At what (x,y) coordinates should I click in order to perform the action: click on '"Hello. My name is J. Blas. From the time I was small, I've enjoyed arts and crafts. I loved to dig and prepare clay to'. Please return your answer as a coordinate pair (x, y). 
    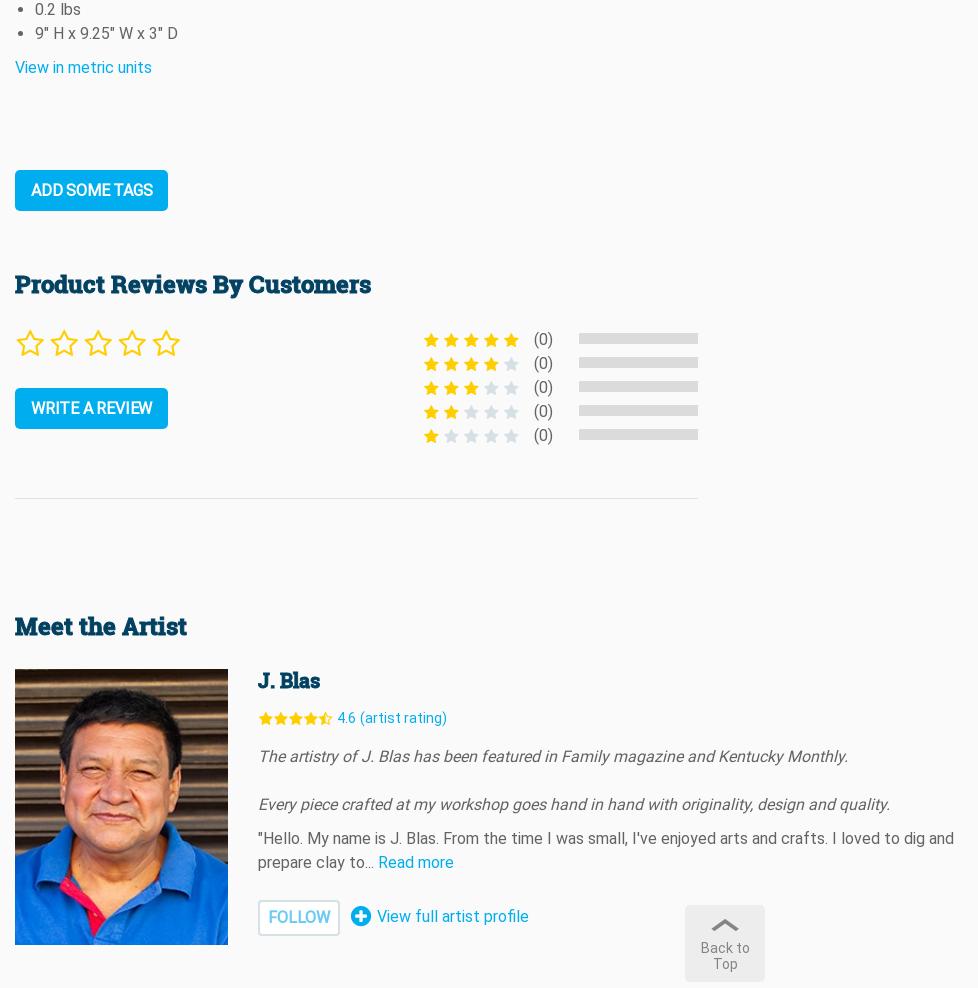
    Looking at the image, I should click on (604, 850).